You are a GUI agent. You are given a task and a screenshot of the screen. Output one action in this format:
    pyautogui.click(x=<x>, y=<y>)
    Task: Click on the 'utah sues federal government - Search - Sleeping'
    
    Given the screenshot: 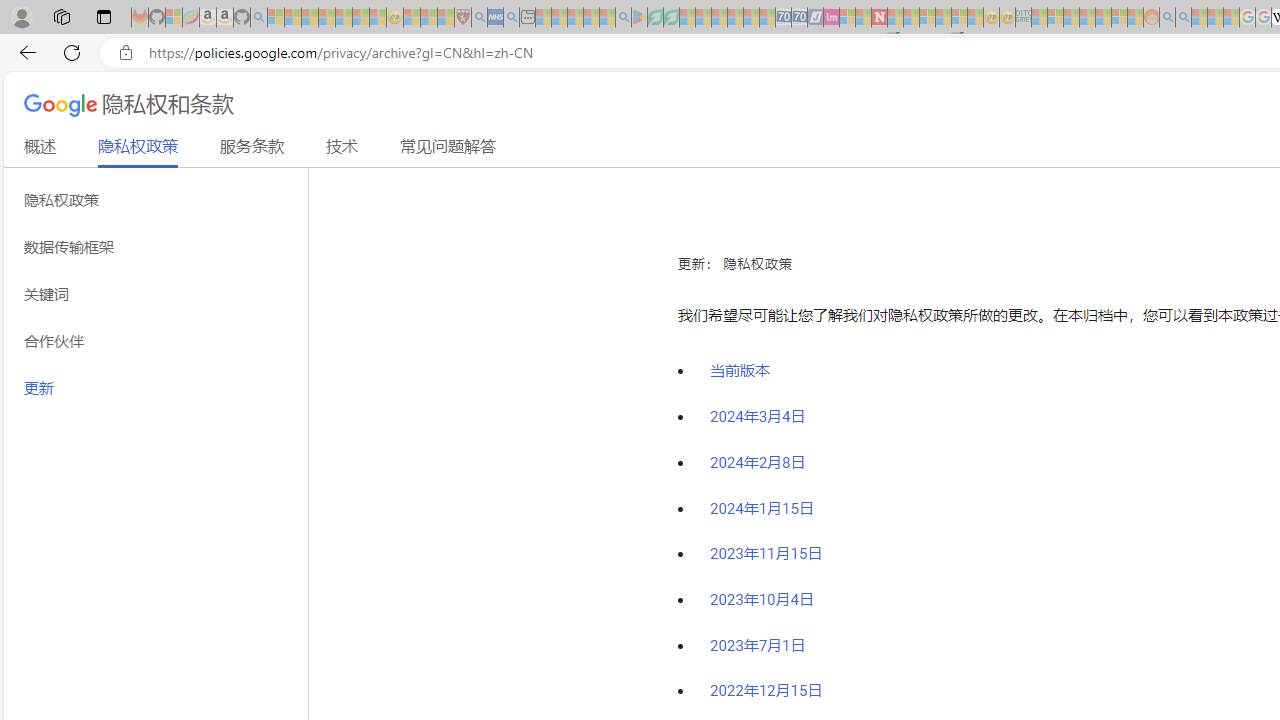 What is the action you would take?
    pyautogui.click(x=511, y=17)
    